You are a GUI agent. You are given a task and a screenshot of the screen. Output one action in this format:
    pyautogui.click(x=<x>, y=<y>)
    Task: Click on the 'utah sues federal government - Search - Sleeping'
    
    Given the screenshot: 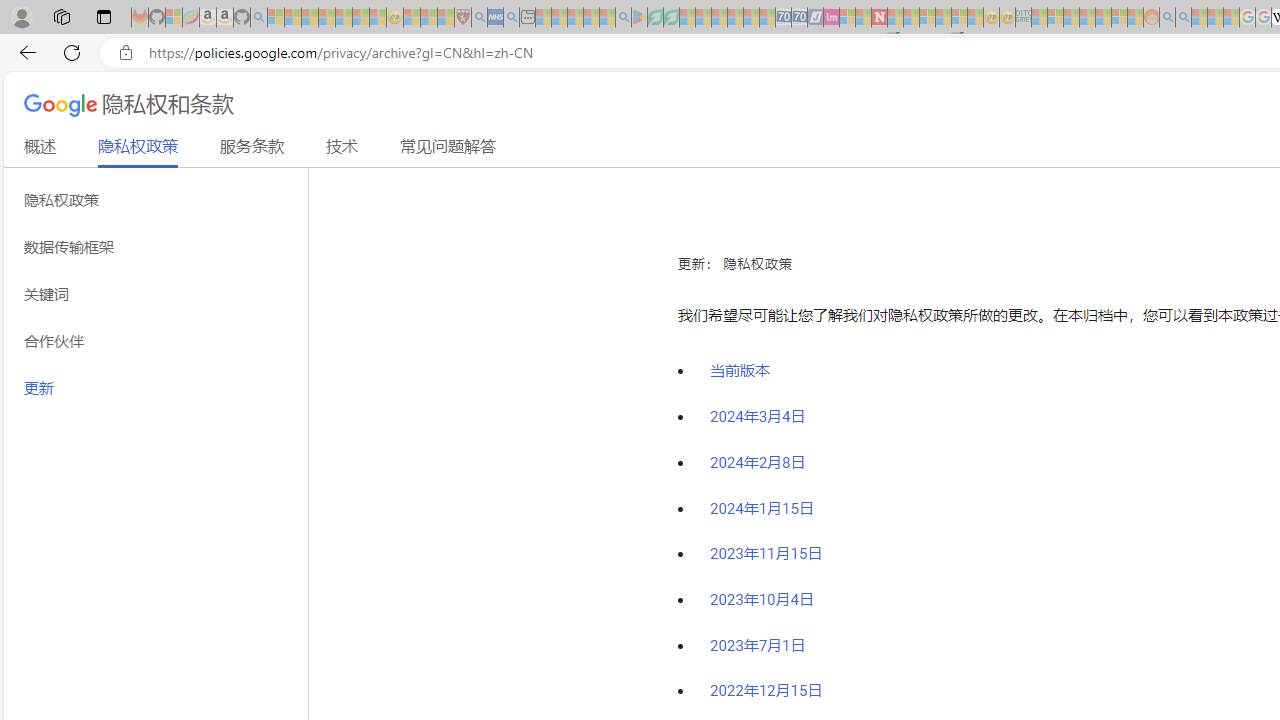 What is the action you would take?
    pyautogui.click(x=511, y=17)
    